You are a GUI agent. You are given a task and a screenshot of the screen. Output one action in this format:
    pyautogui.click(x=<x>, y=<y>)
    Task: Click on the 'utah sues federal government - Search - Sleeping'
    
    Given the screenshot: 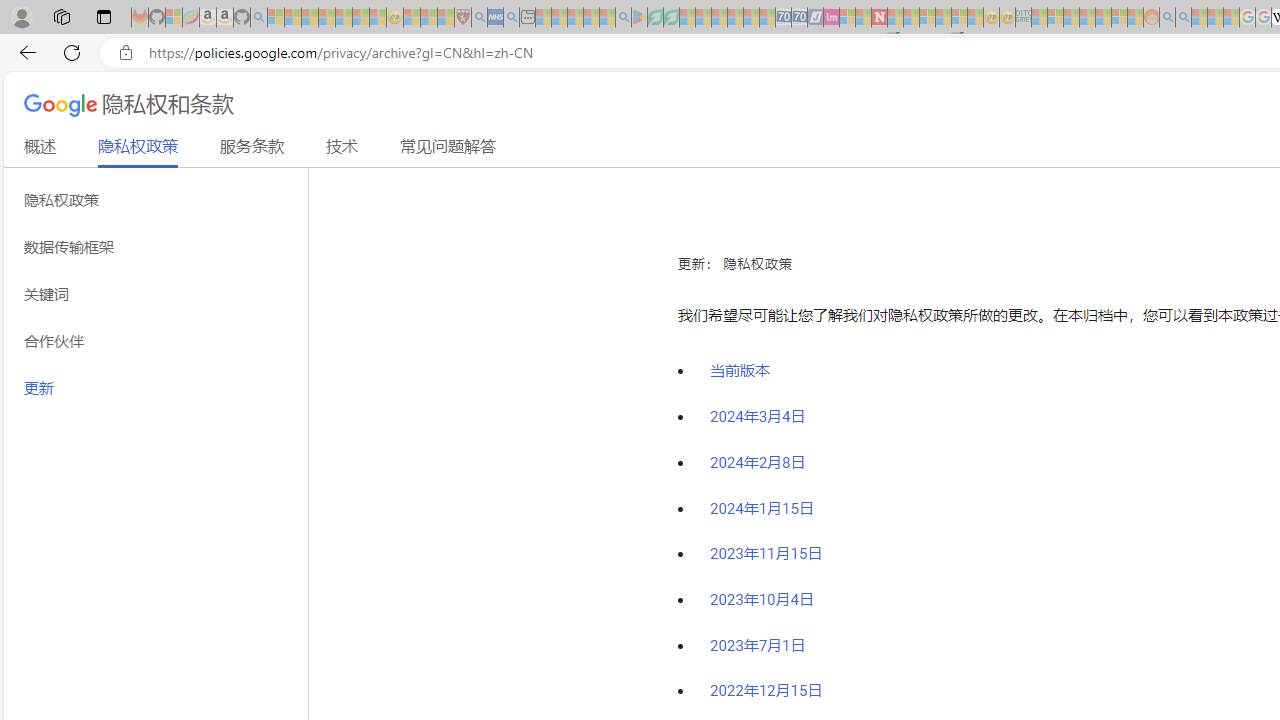 What is the action you would take?
    pyautogui.click(x=511, y=17)
    